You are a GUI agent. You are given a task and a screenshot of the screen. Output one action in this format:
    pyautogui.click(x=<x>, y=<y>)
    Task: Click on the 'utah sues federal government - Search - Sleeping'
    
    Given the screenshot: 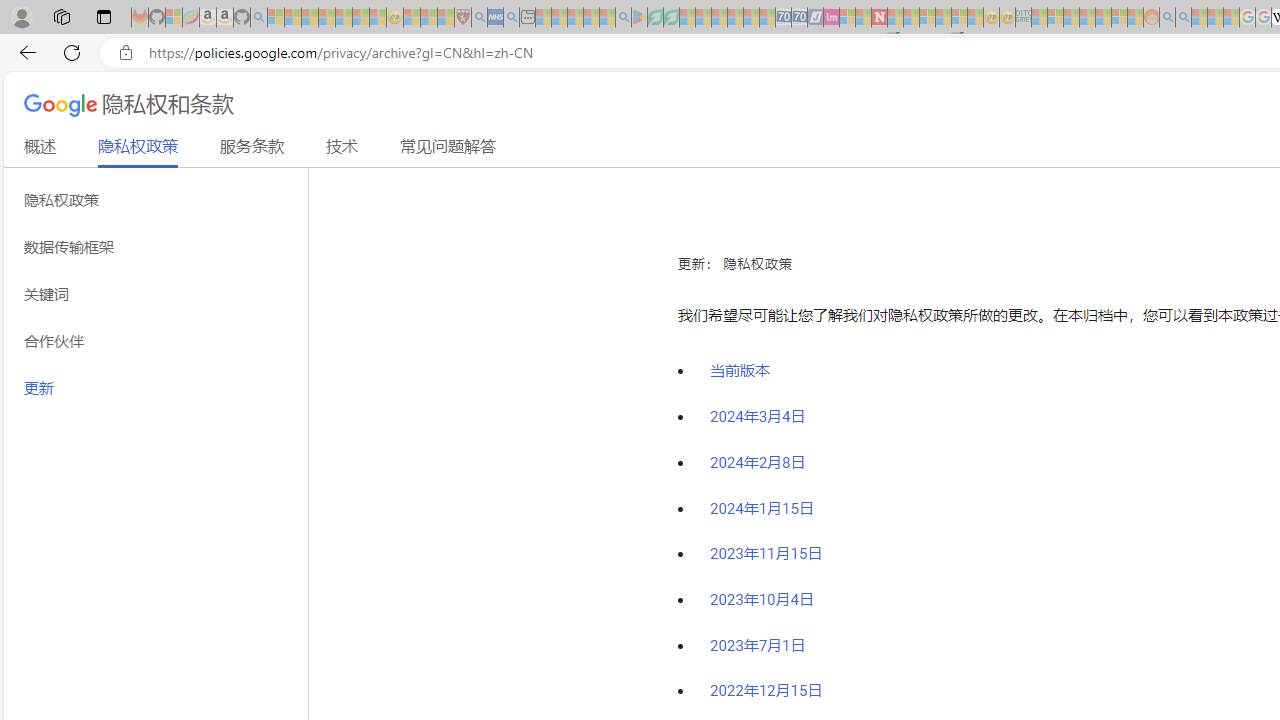 What is the action you would take?
    pyautogui.click(x=511, y=17)
    